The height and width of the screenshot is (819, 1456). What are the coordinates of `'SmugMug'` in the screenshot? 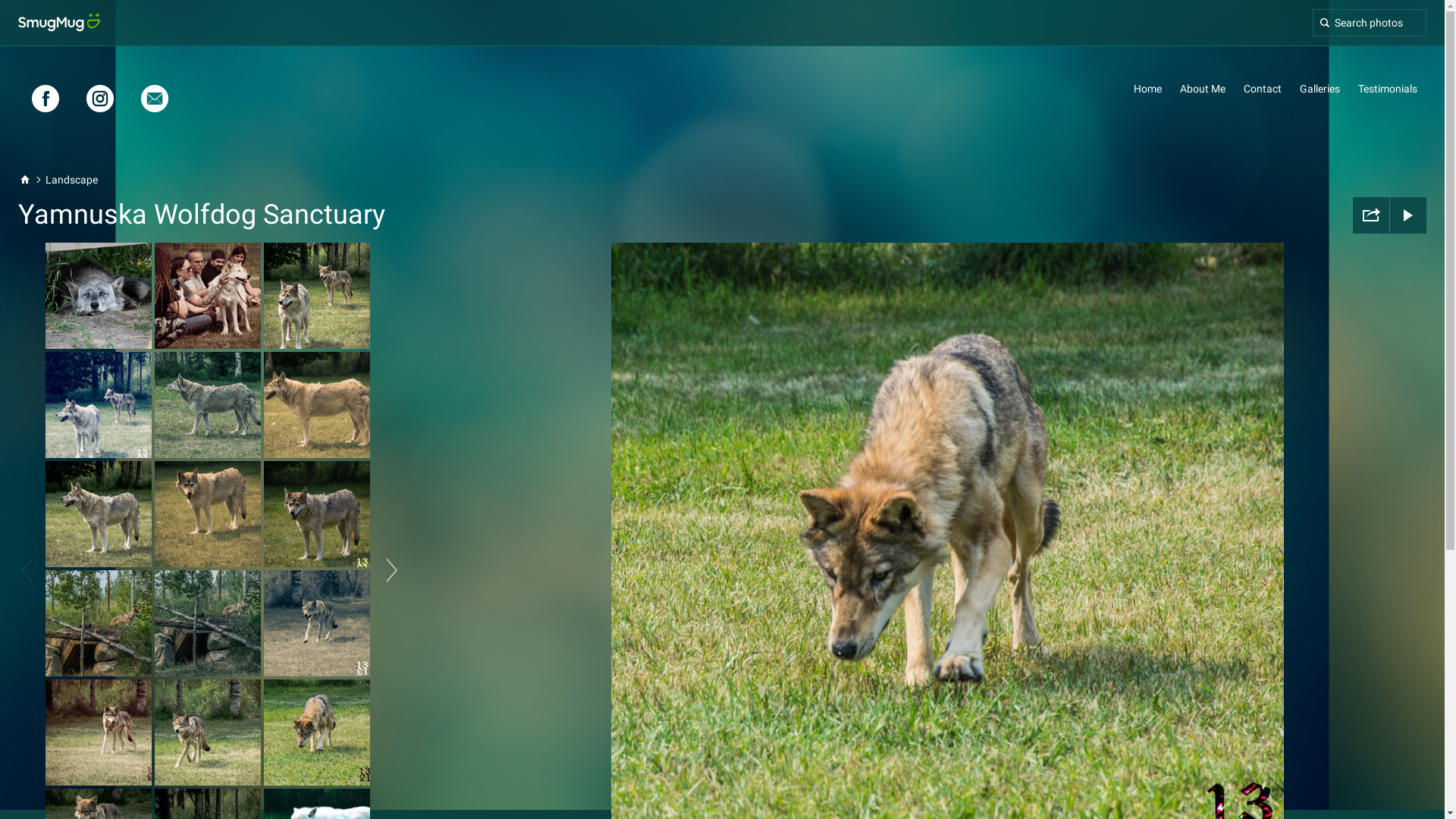 It's located at (58, 23).